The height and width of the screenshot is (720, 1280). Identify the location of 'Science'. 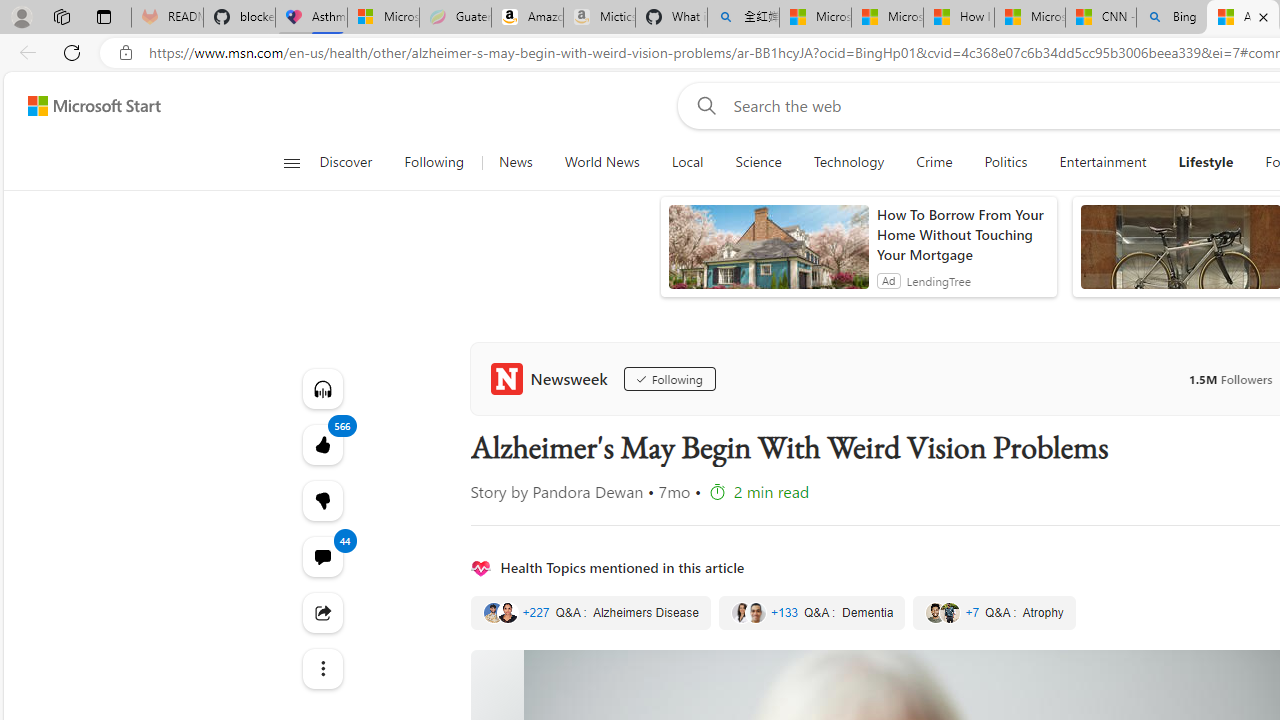
(757, 162).